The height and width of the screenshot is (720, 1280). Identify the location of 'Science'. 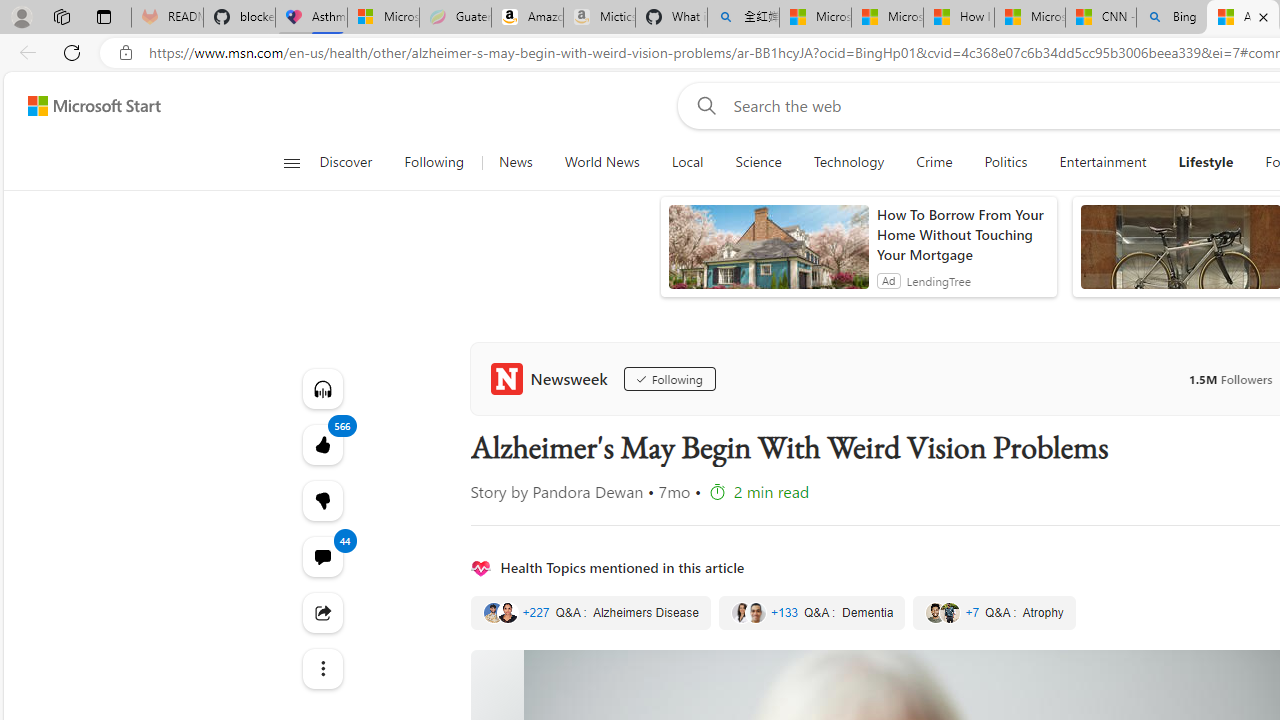
(757, 162).